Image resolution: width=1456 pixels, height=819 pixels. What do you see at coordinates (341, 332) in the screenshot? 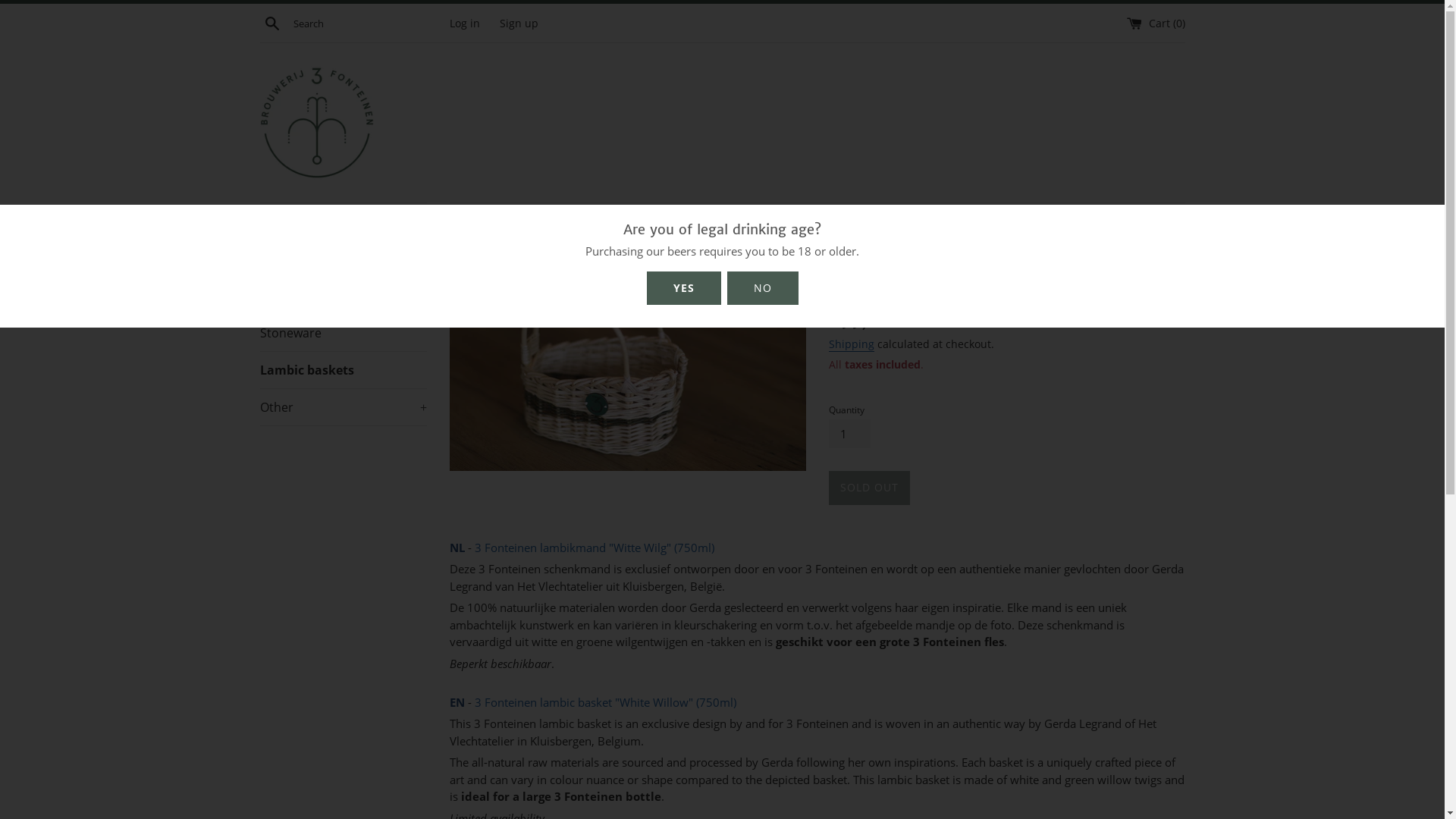
I see `'Stoneware'` at bounding box center [341, 332].